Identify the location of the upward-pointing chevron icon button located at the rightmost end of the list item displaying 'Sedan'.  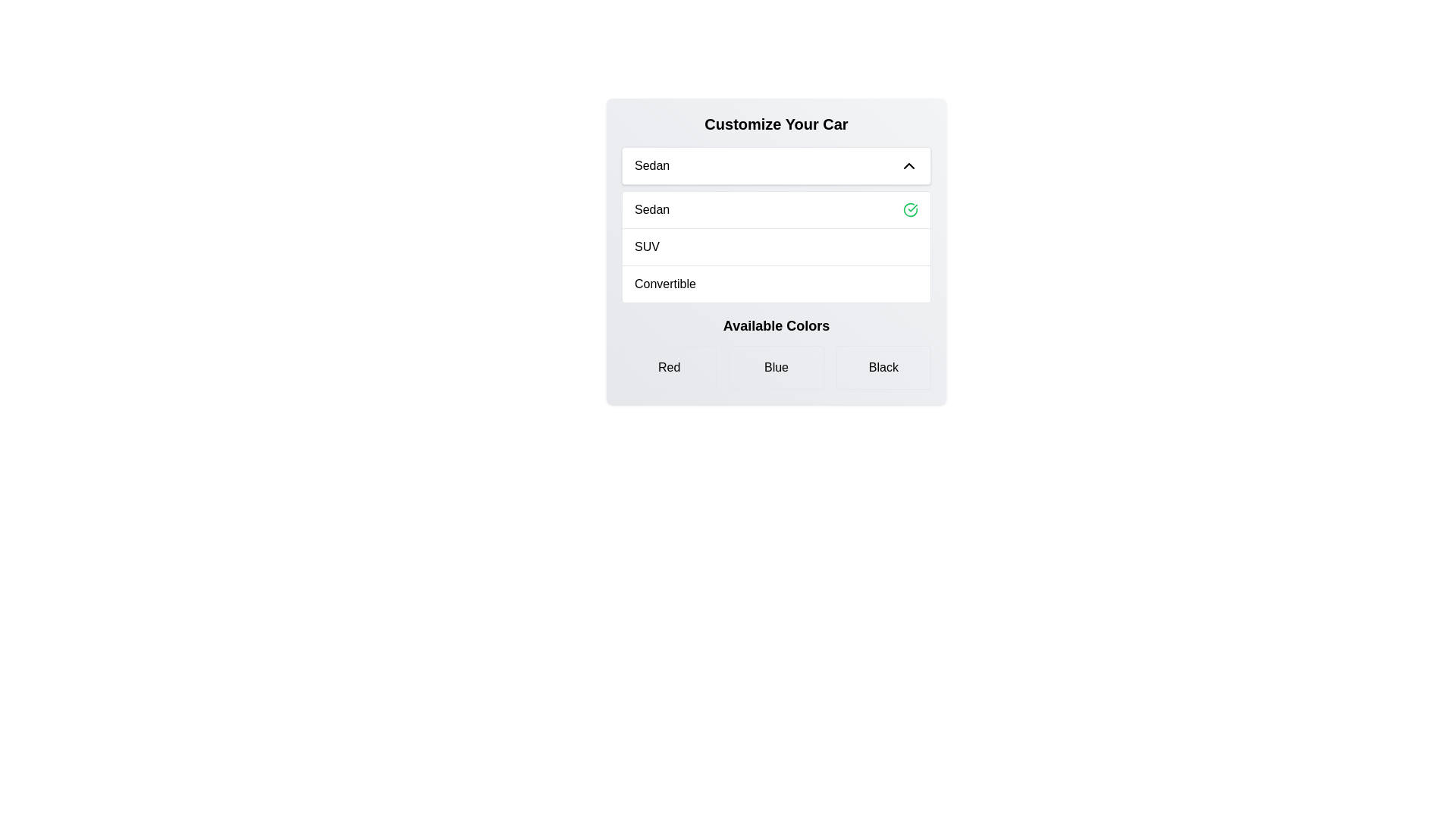
(909, 166).